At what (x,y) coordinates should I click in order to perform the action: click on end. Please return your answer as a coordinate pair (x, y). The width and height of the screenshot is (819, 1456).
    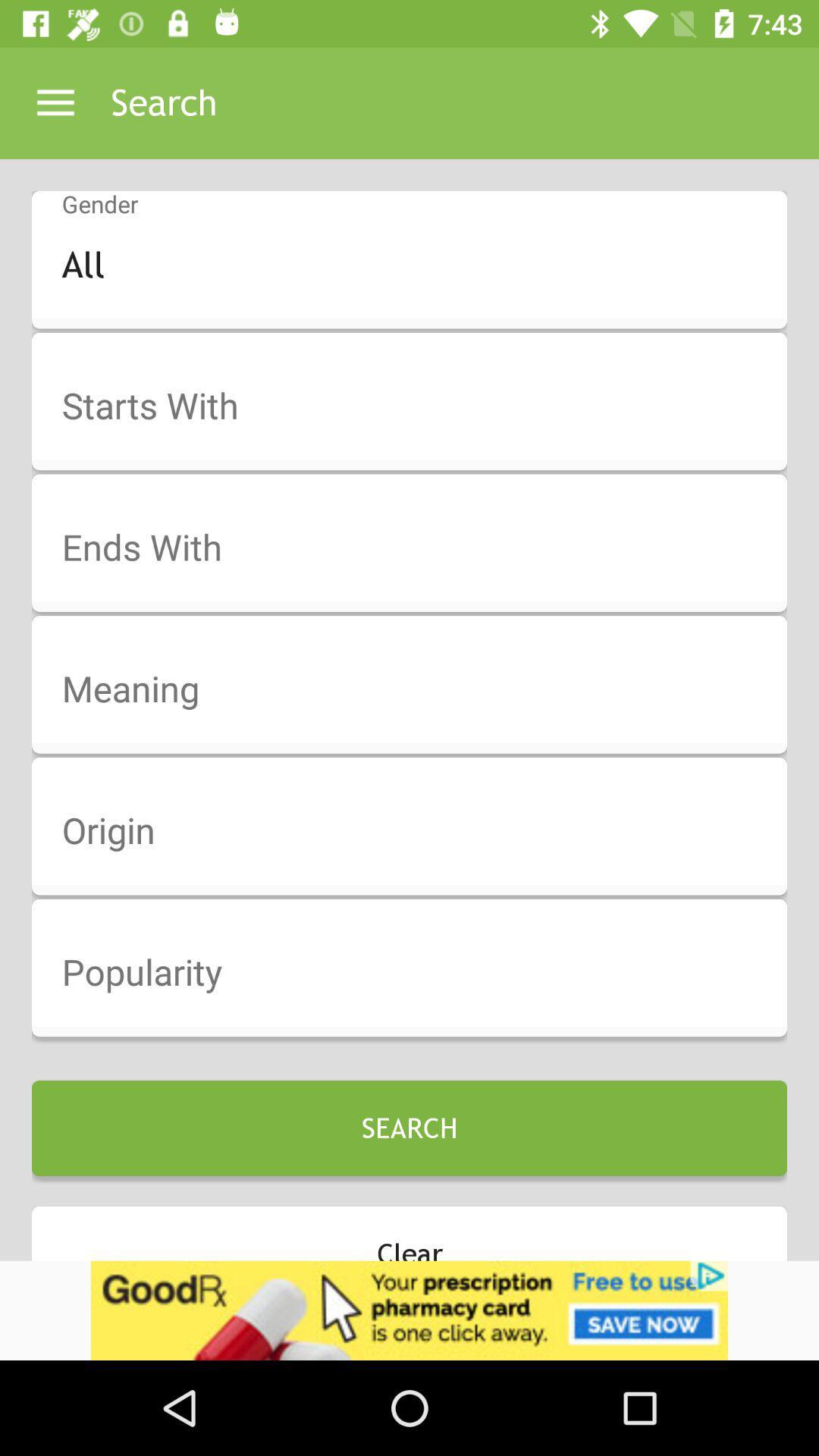
    Looking at the image, I should click on (419, 548).